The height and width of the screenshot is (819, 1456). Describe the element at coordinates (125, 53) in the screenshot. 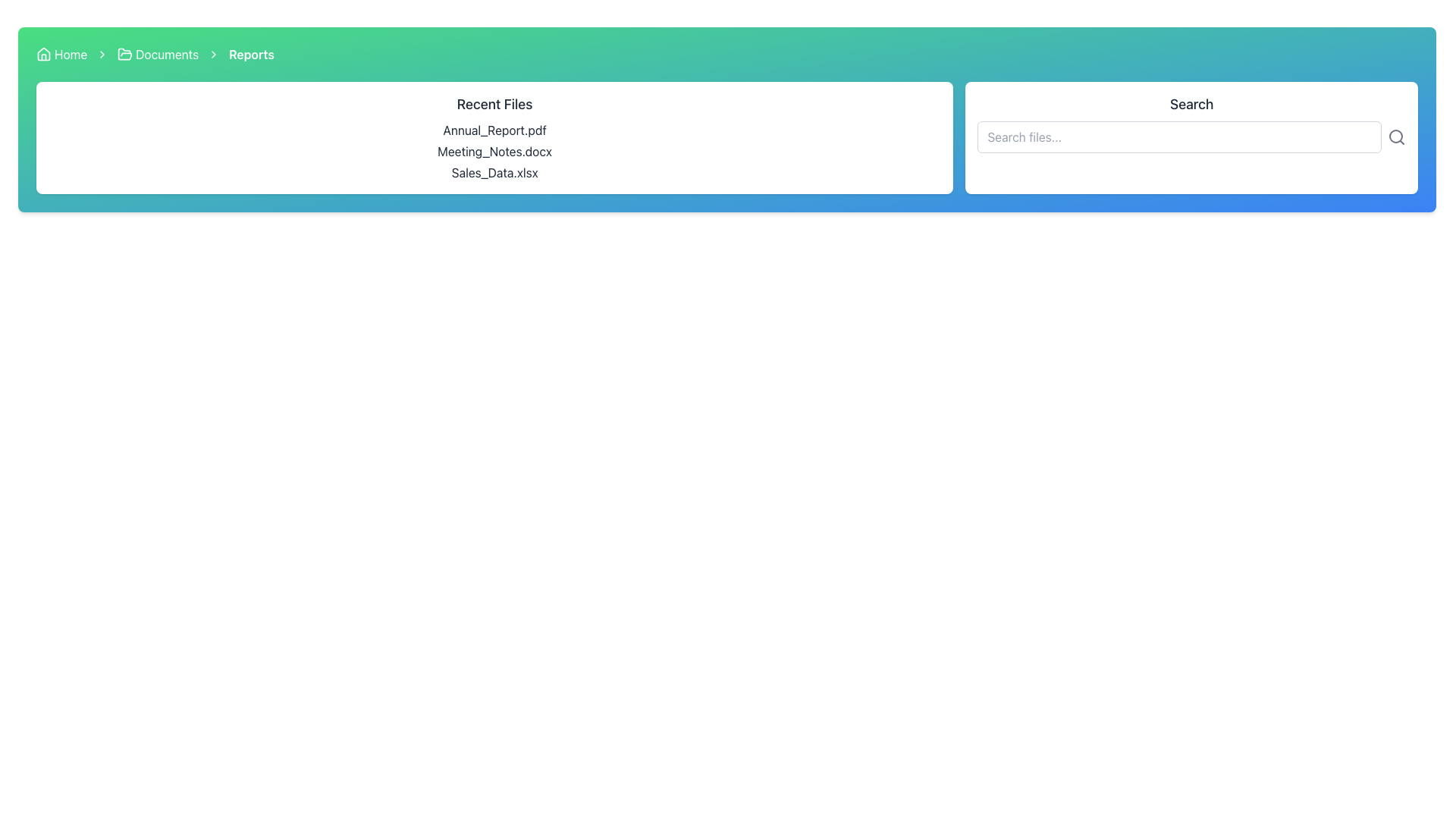

I see `the open folder icon in the breadcrumb navigation bar` at that location.